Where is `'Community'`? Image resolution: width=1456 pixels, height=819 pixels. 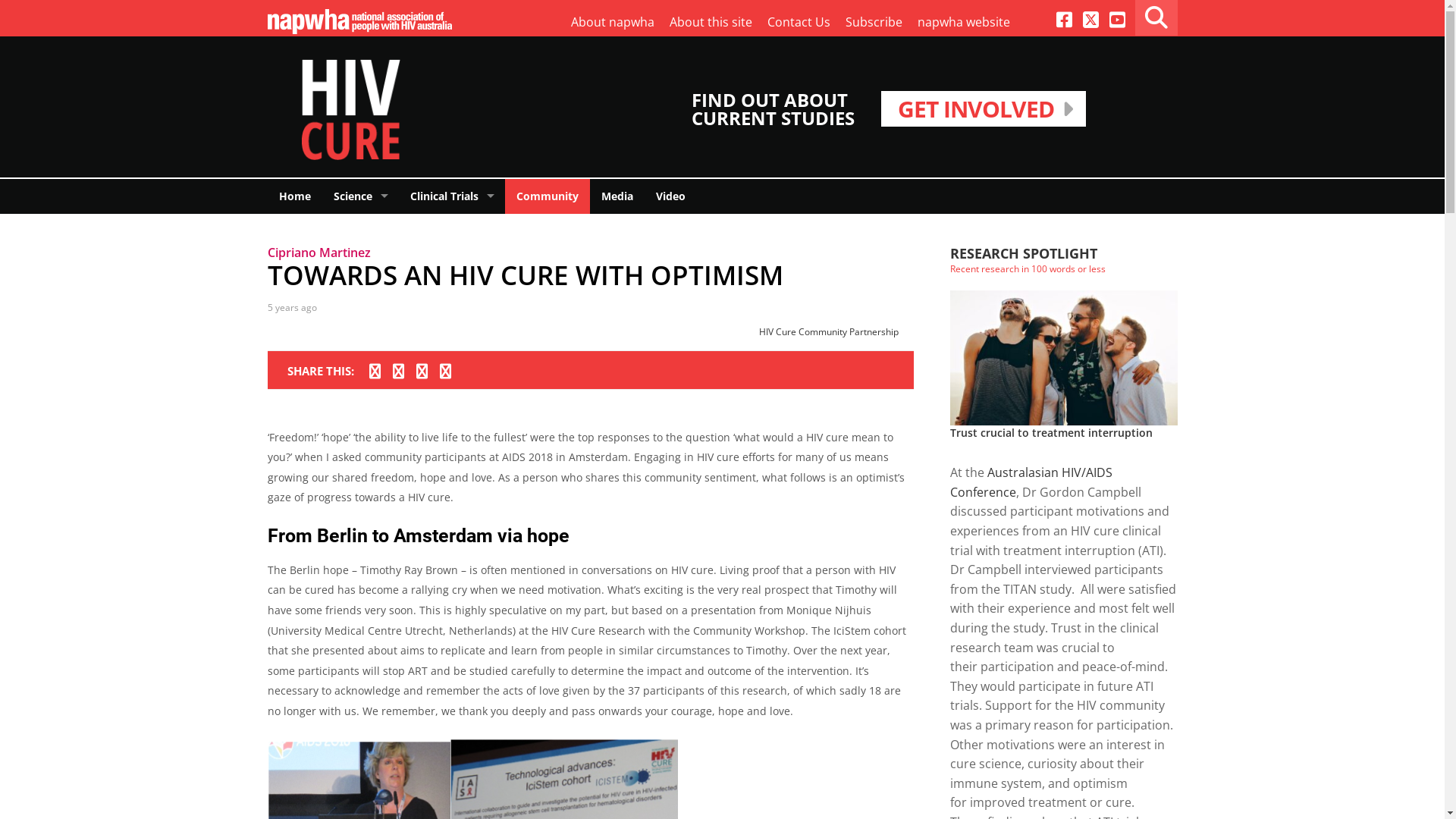
'Community' is located at coordinates (546, 195).